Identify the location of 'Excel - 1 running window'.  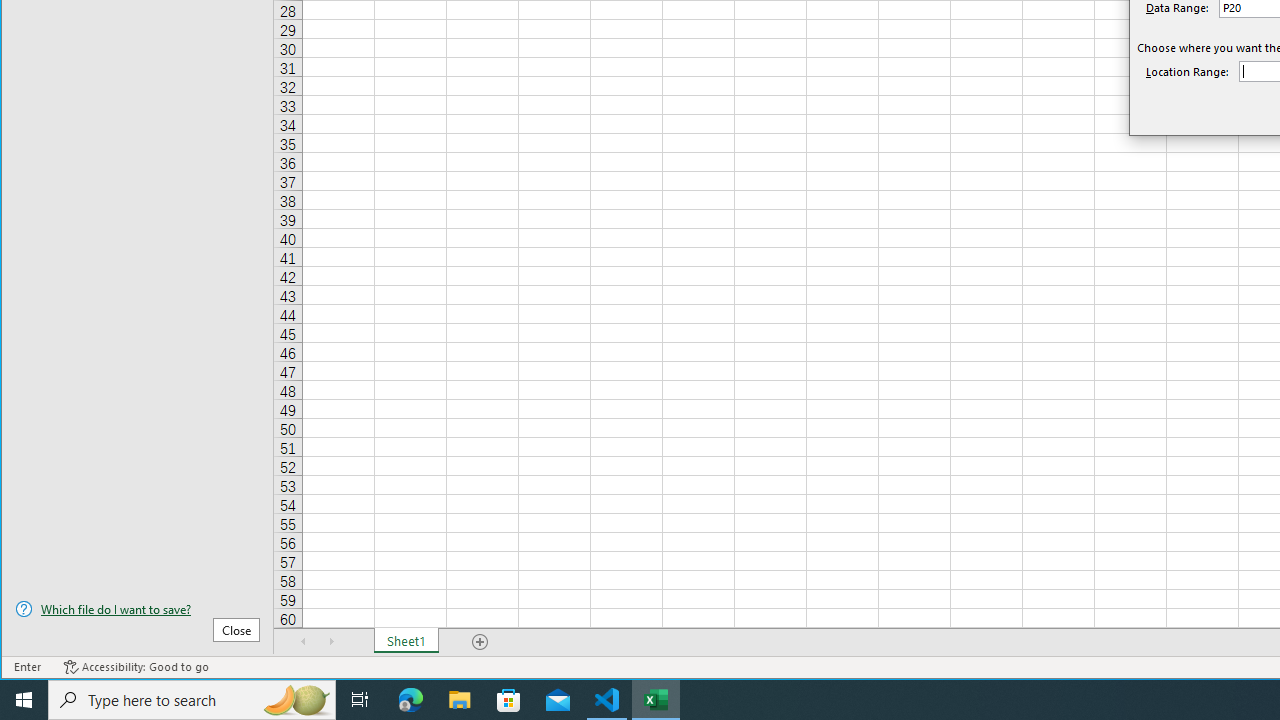
(656, 698).